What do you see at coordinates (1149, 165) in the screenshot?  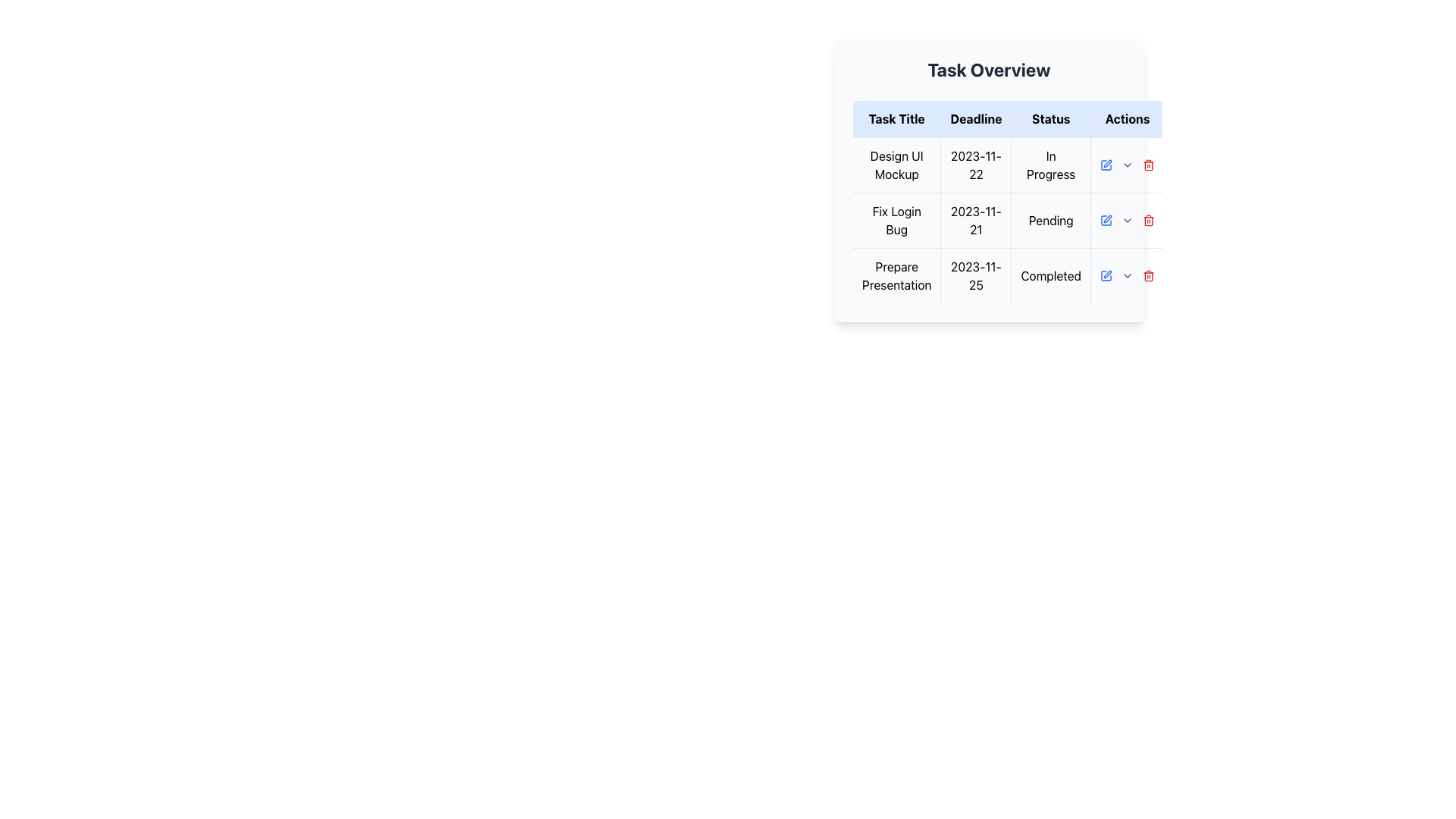 I see `the red trash bin icon button in the 'Actions' column of the 'Task Overview' table` at bounding box center [1149, 165].